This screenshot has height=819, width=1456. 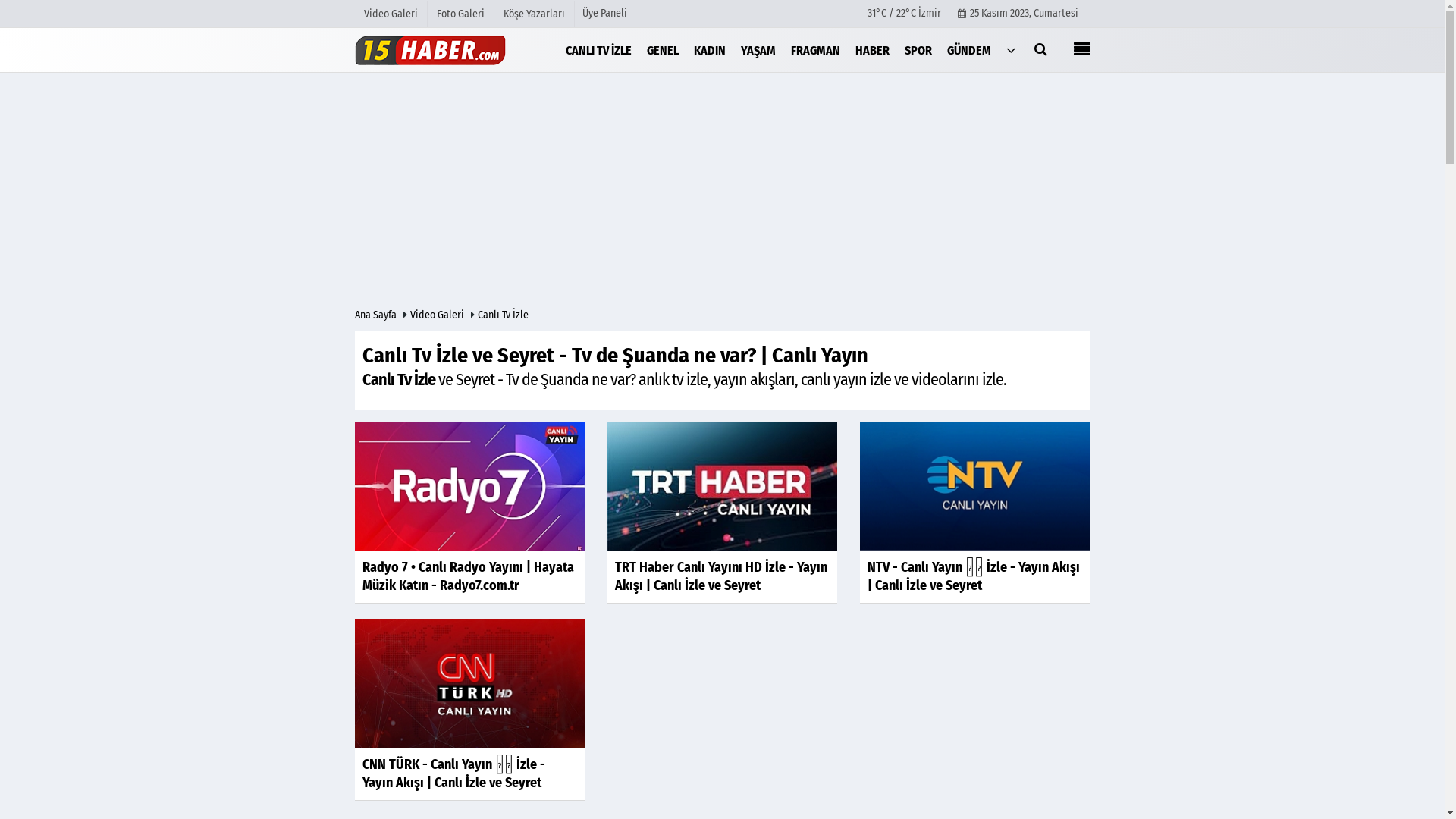 I want to click on 'Foto Galeri', so click(x=460, y=14).